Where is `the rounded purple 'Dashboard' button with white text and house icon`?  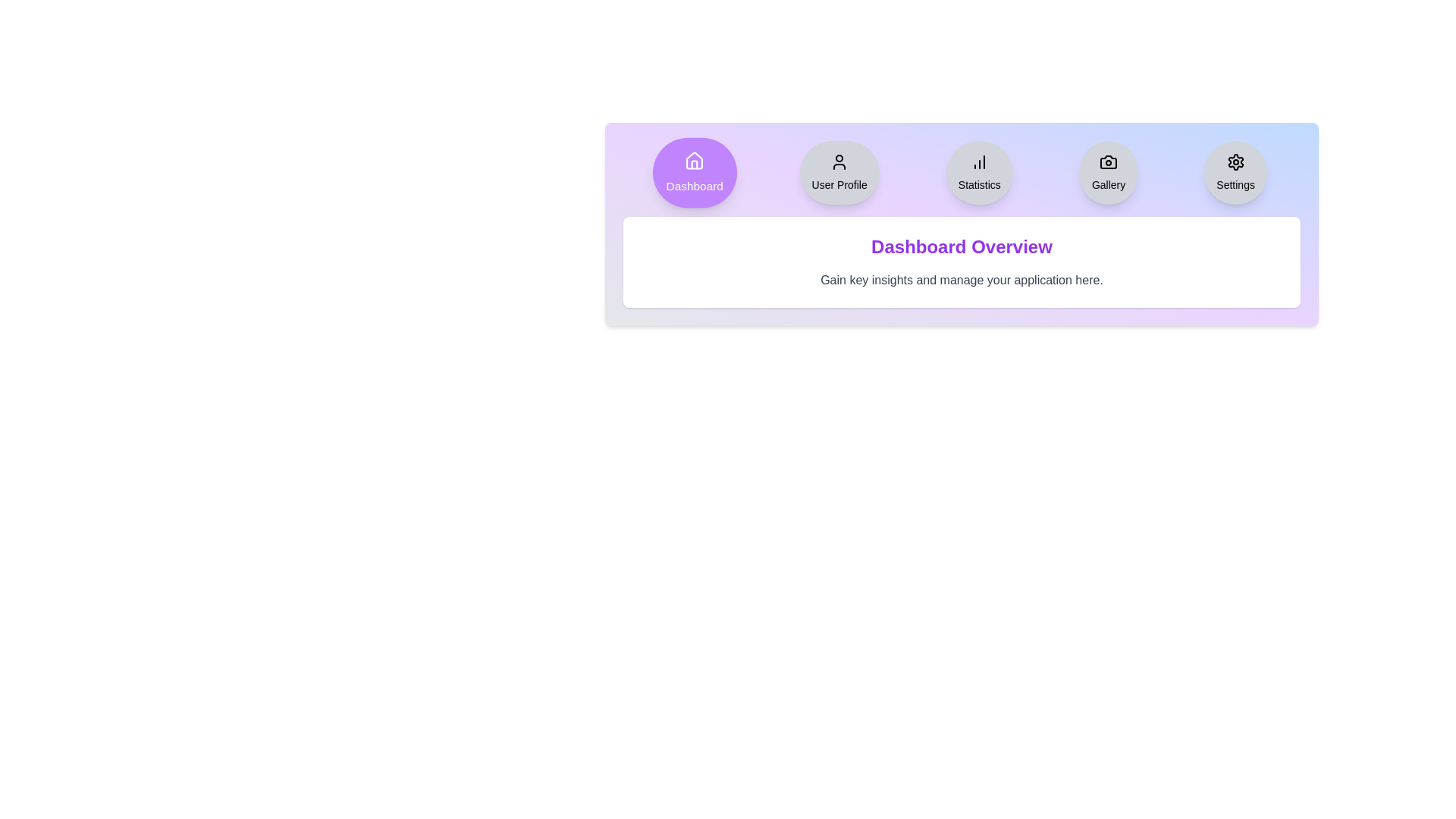
the rounded purple 'Dashboard' button with white text and house icon is located at coordinates (694, 171).